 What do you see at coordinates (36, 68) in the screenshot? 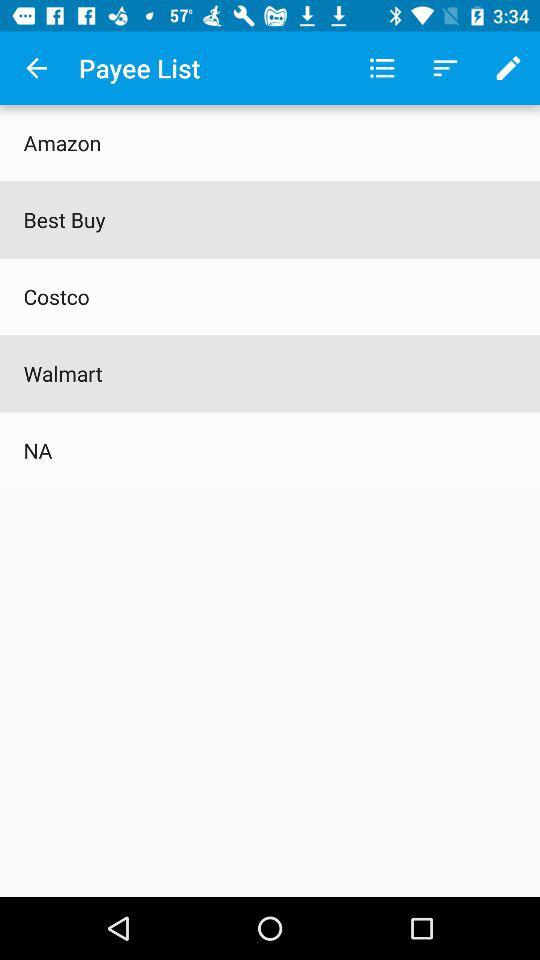
I see `the icon above amazon` at bounding box center [36, 68].